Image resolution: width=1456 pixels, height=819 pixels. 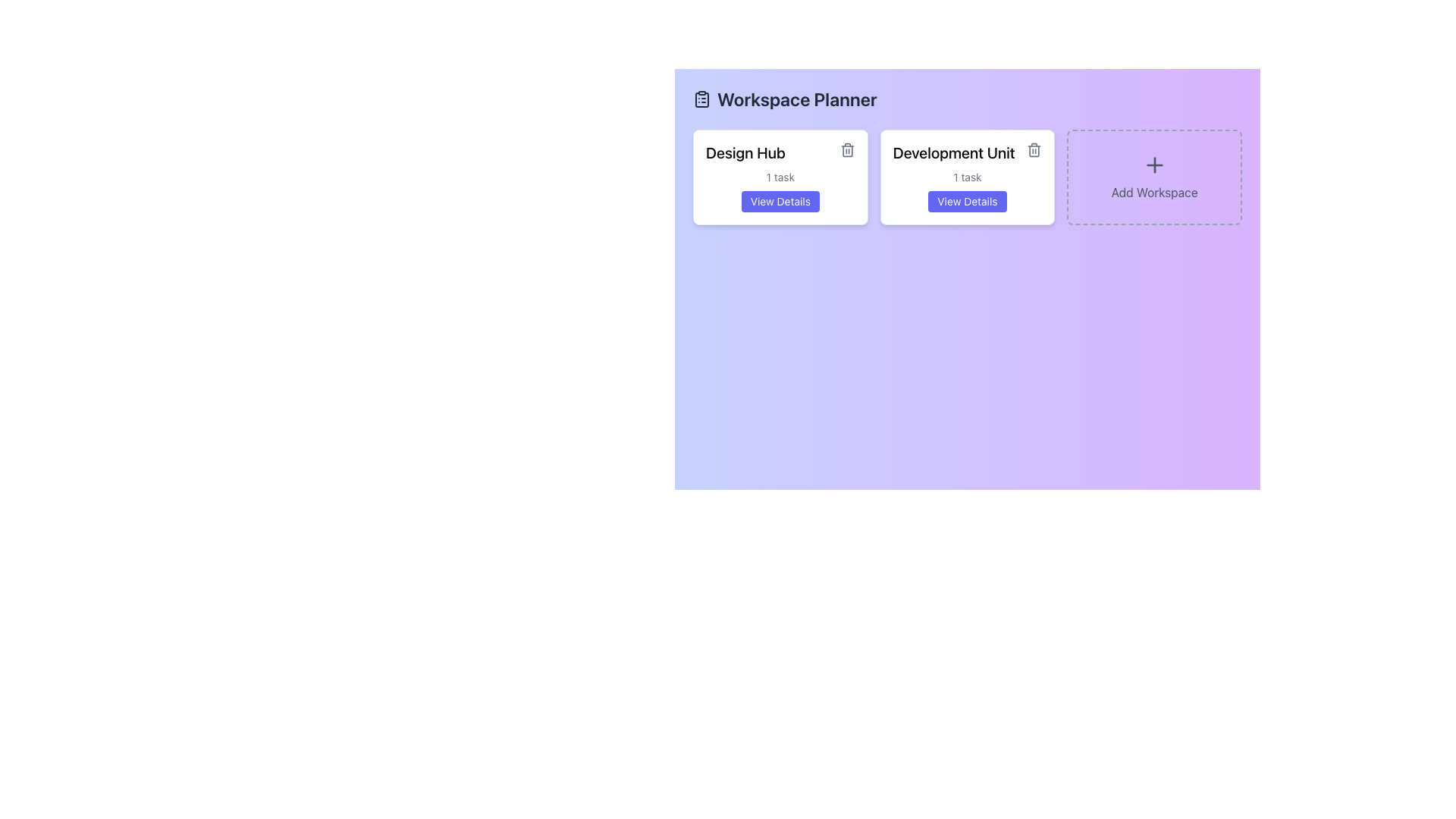 I want to click on the '+' icon within the 'Add Workspace' button, which is centrally placed and represented in a minimal line-art style, so click(x=1153, y=165).